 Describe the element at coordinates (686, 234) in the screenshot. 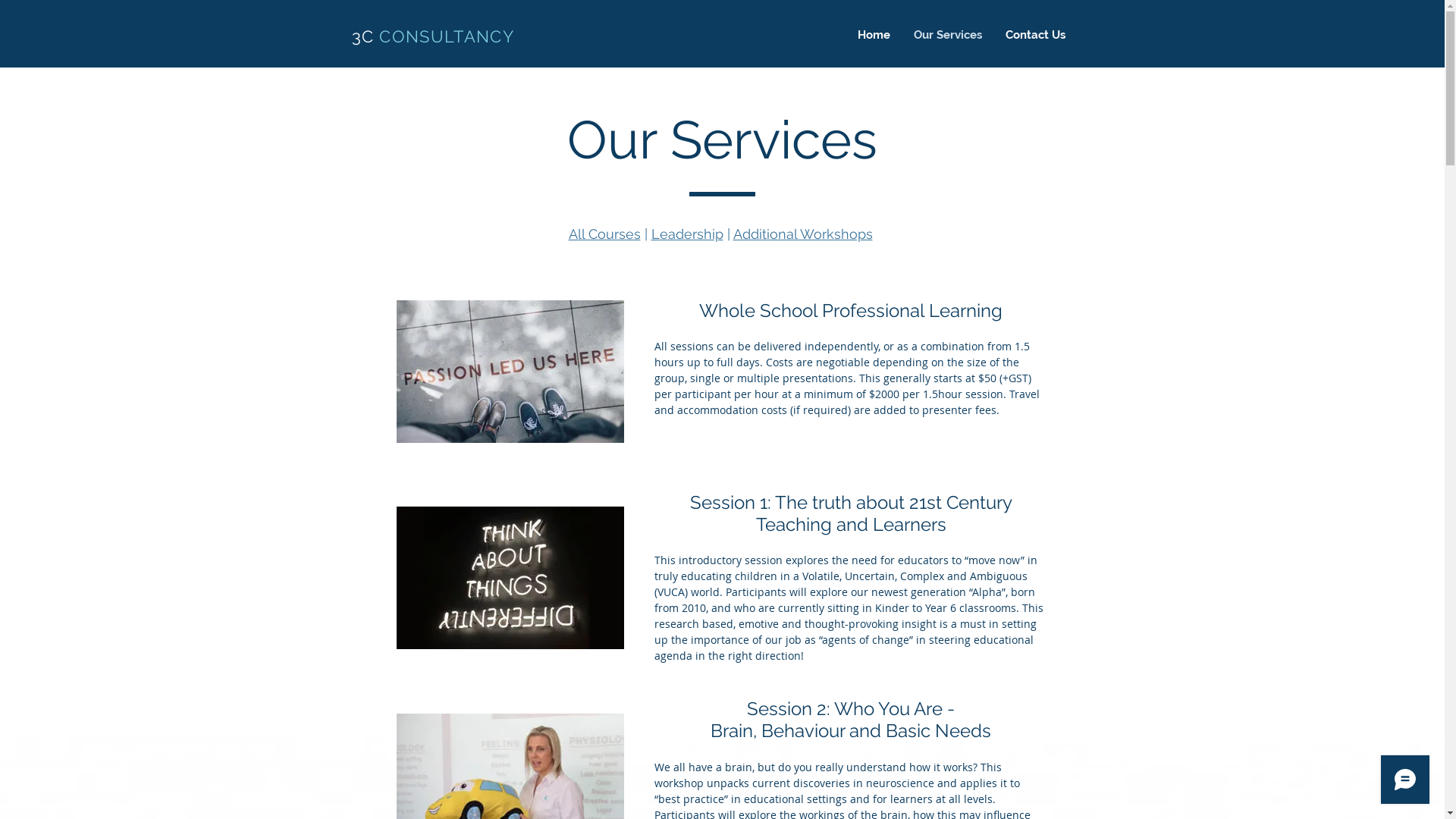

I see `'Leadership'` at that location.